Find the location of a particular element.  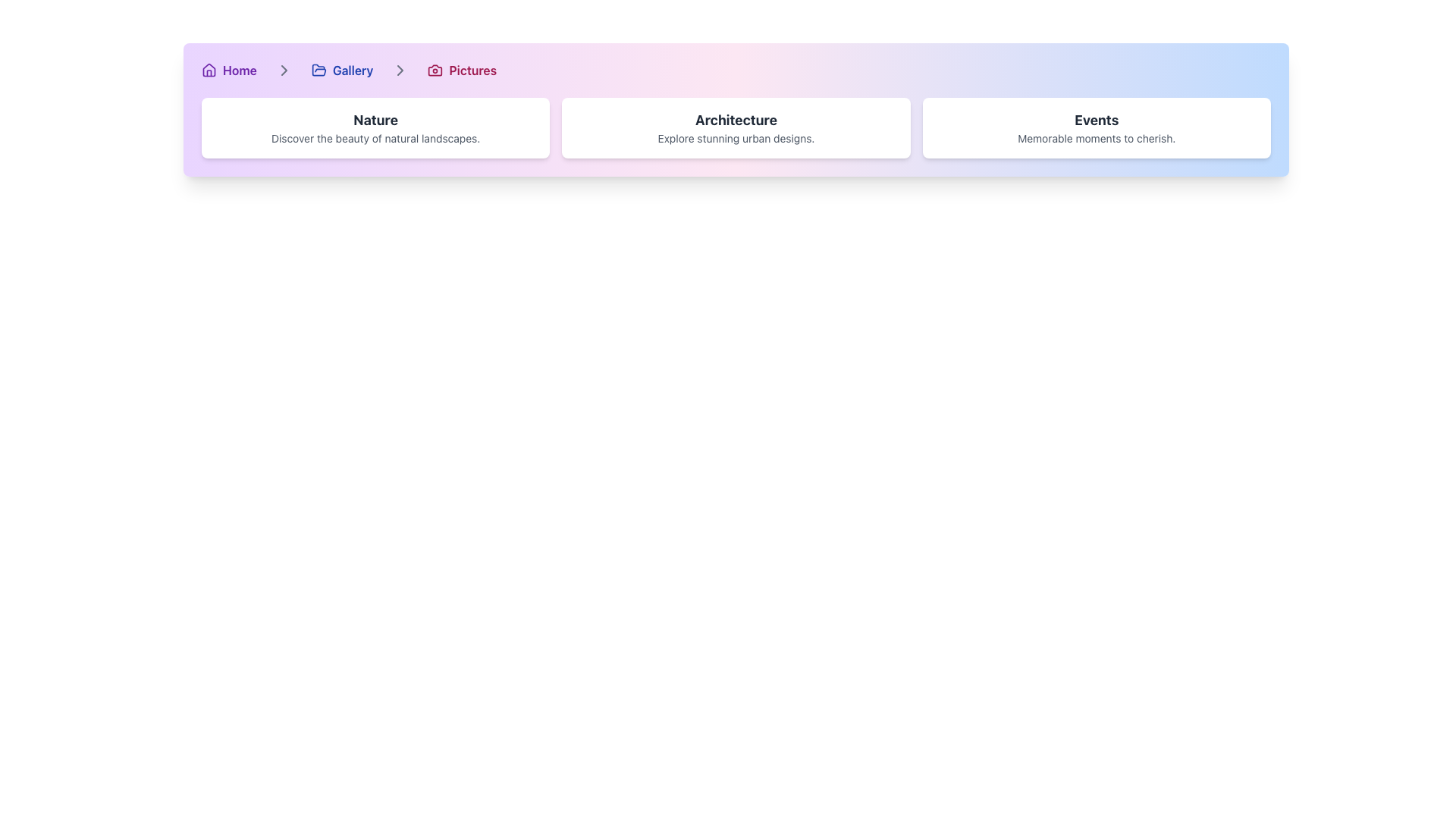

icon that visually separates the breadcrumb items, located at the center of the breadcrumb navigation bar, adjacent to 'Gallery' and before 'Pictures' is located at coordinates (284, 70).